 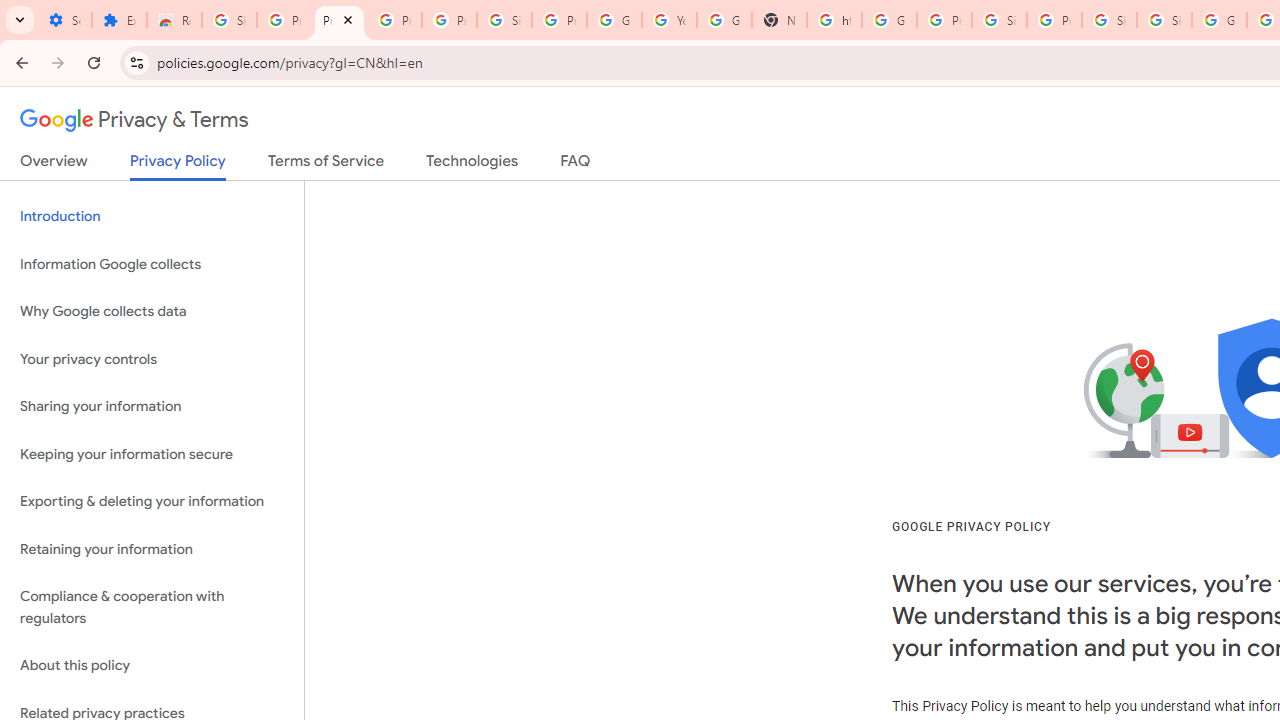 I want to click on 'Introduction', so click(x=151, y=217).